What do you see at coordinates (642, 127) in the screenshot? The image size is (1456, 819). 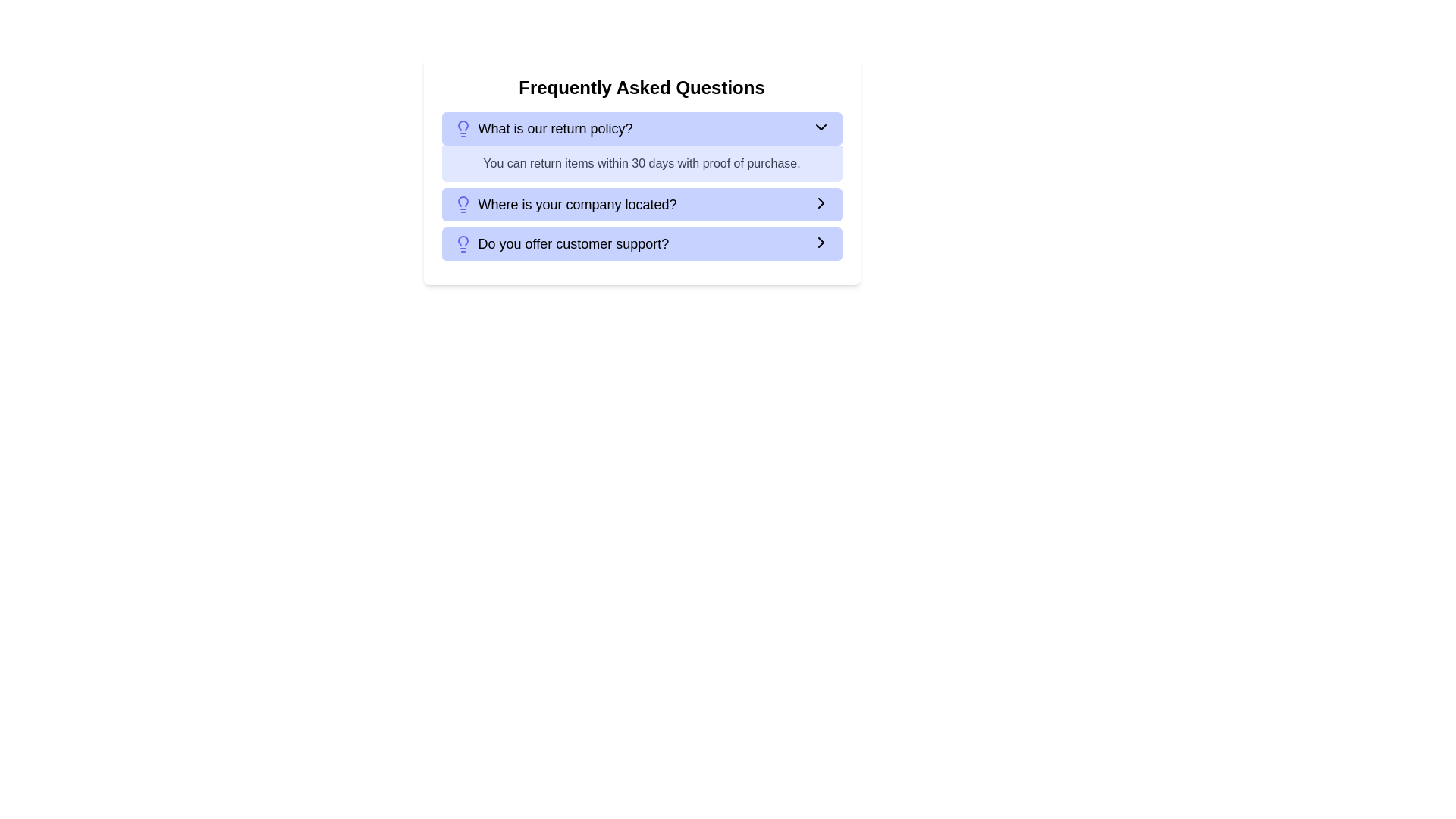 I see `the first collapsible question item in the FAQ list` at bounding box center [642, 127].